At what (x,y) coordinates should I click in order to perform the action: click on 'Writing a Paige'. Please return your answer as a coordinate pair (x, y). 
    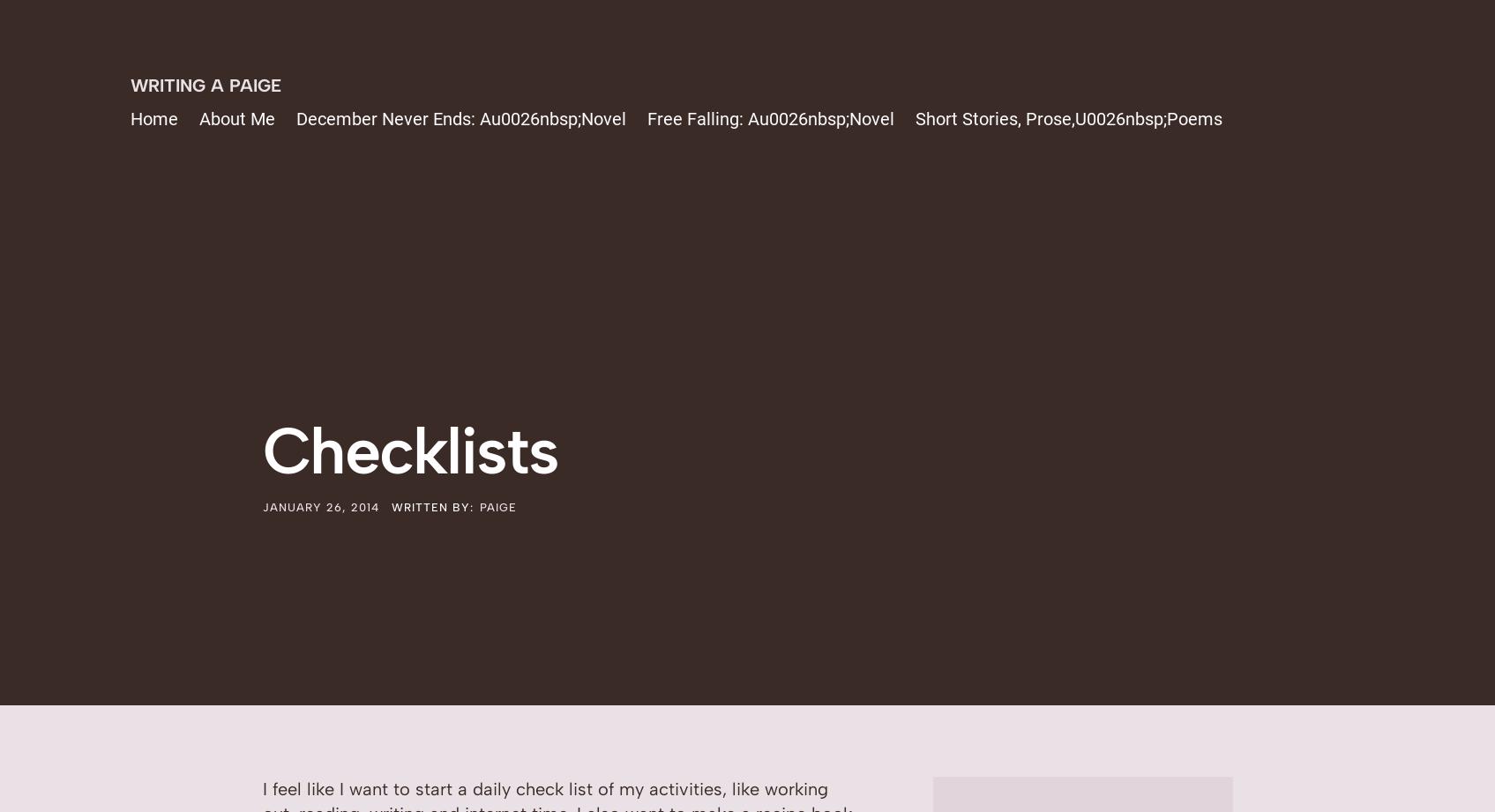
    Looking at the image, I should click on (129, 85).